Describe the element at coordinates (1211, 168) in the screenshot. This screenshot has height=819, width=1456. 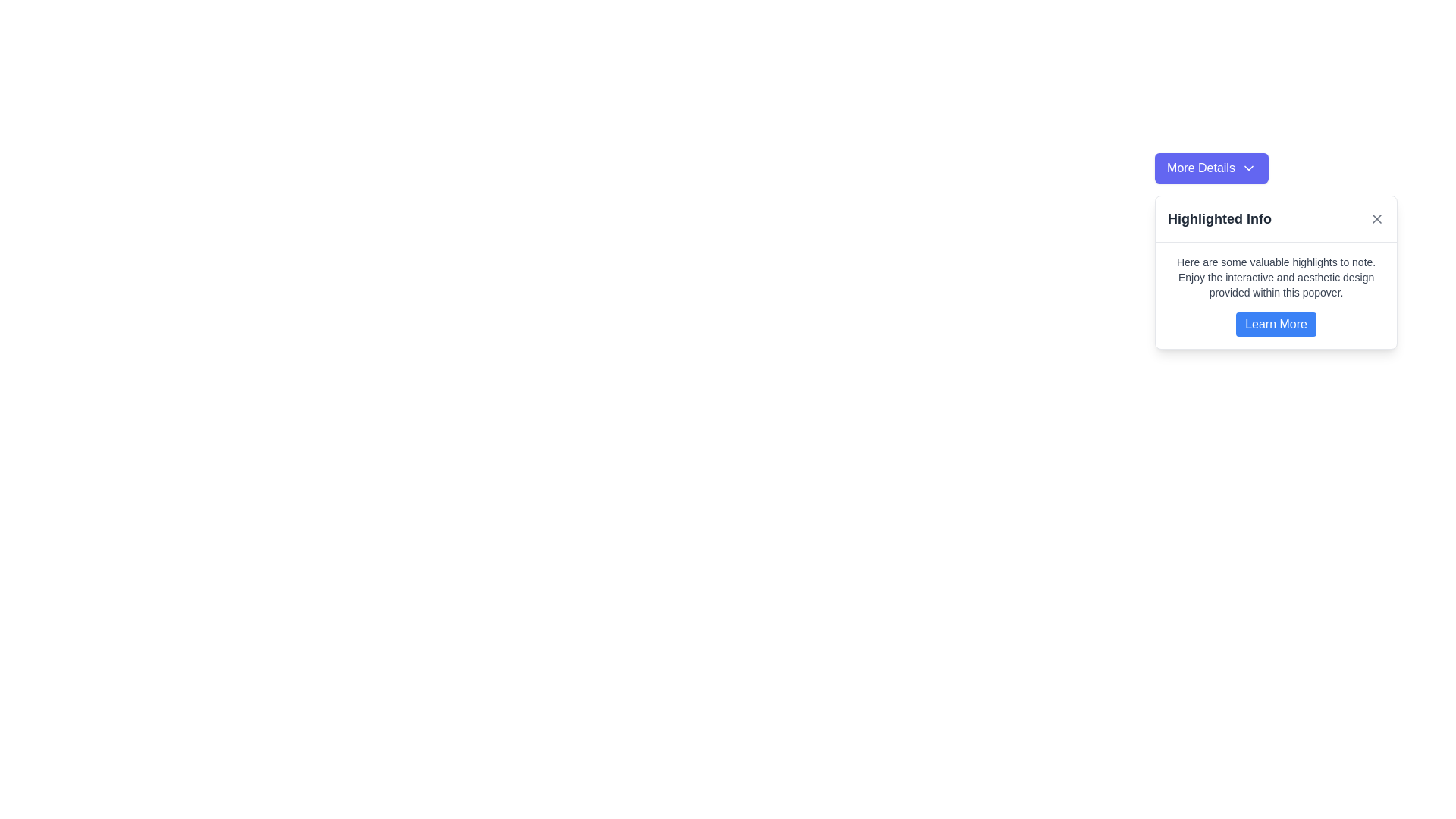
I see `the Dropdown Trigger Button with the text 'More Details' and a downward-facing arrow icon` at that location.